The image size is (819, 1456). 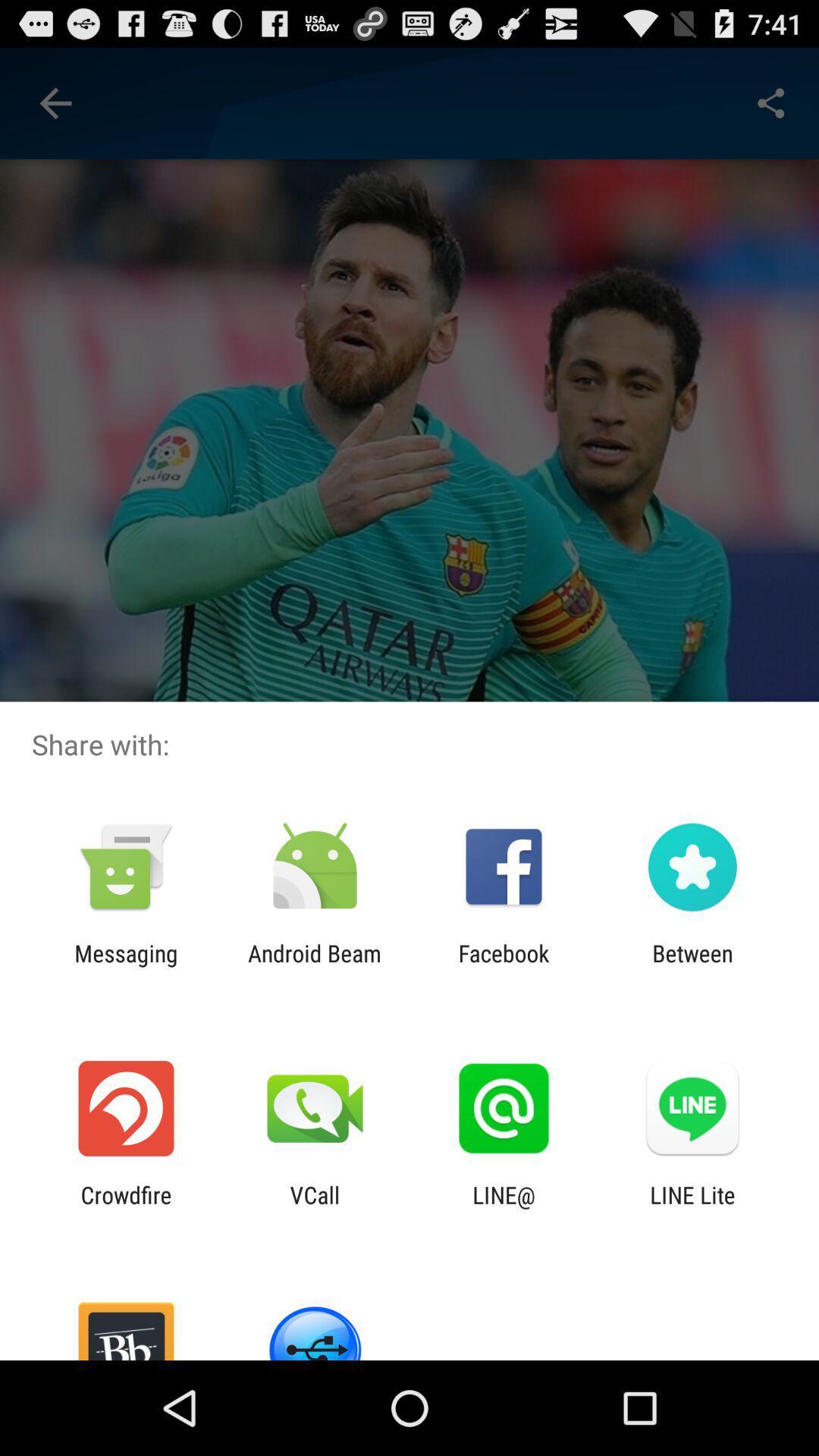 What do you see at coordinates (125, 1207) in the screenshot?
I see `the crowdfire app` at bounding box center [125, 1207].